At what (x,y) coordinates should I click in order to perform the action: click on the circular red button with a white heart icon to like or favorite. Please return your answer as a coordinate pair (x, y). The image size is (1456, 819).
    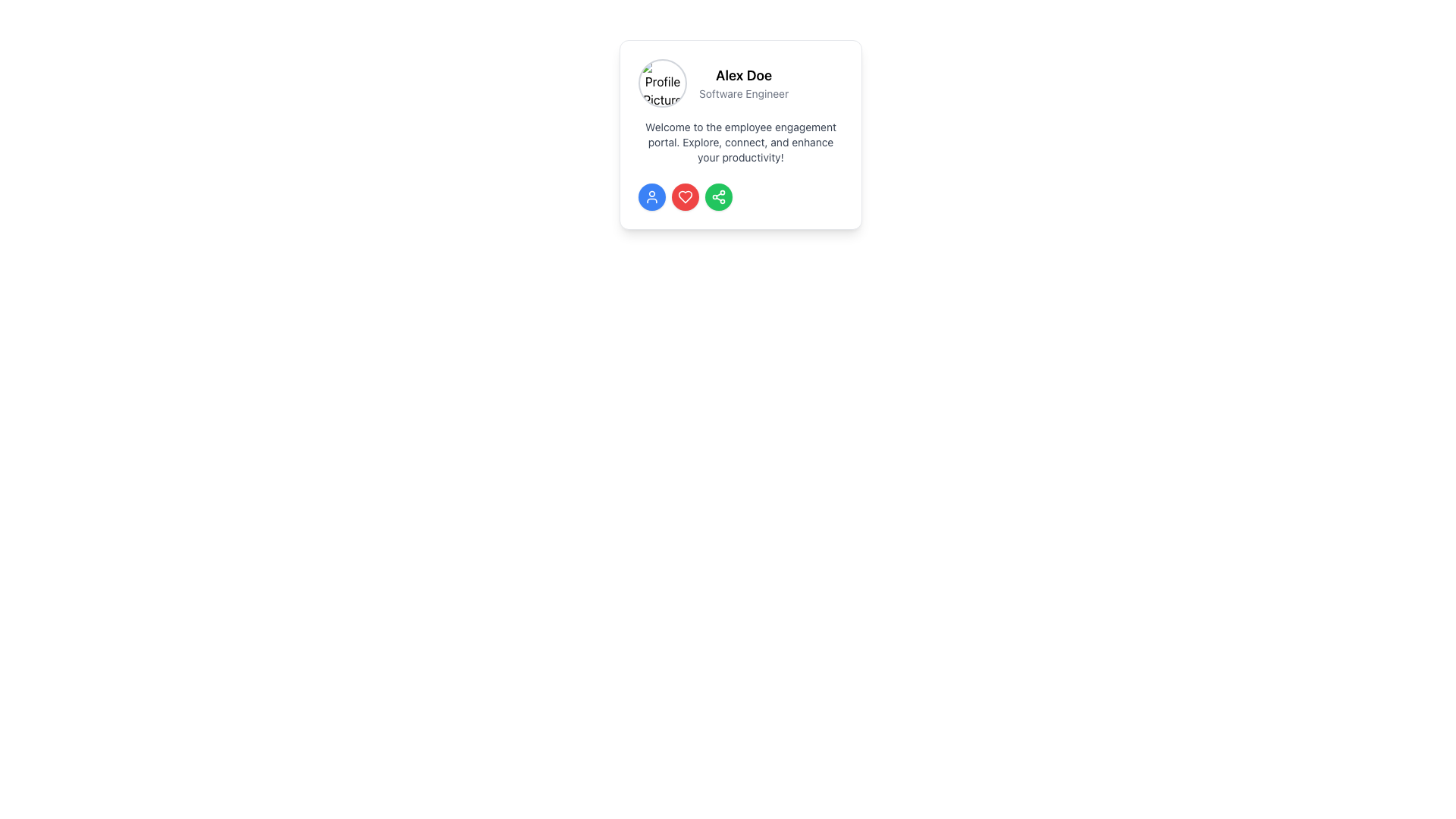
    Looking at the image, I should click on (684, 196).